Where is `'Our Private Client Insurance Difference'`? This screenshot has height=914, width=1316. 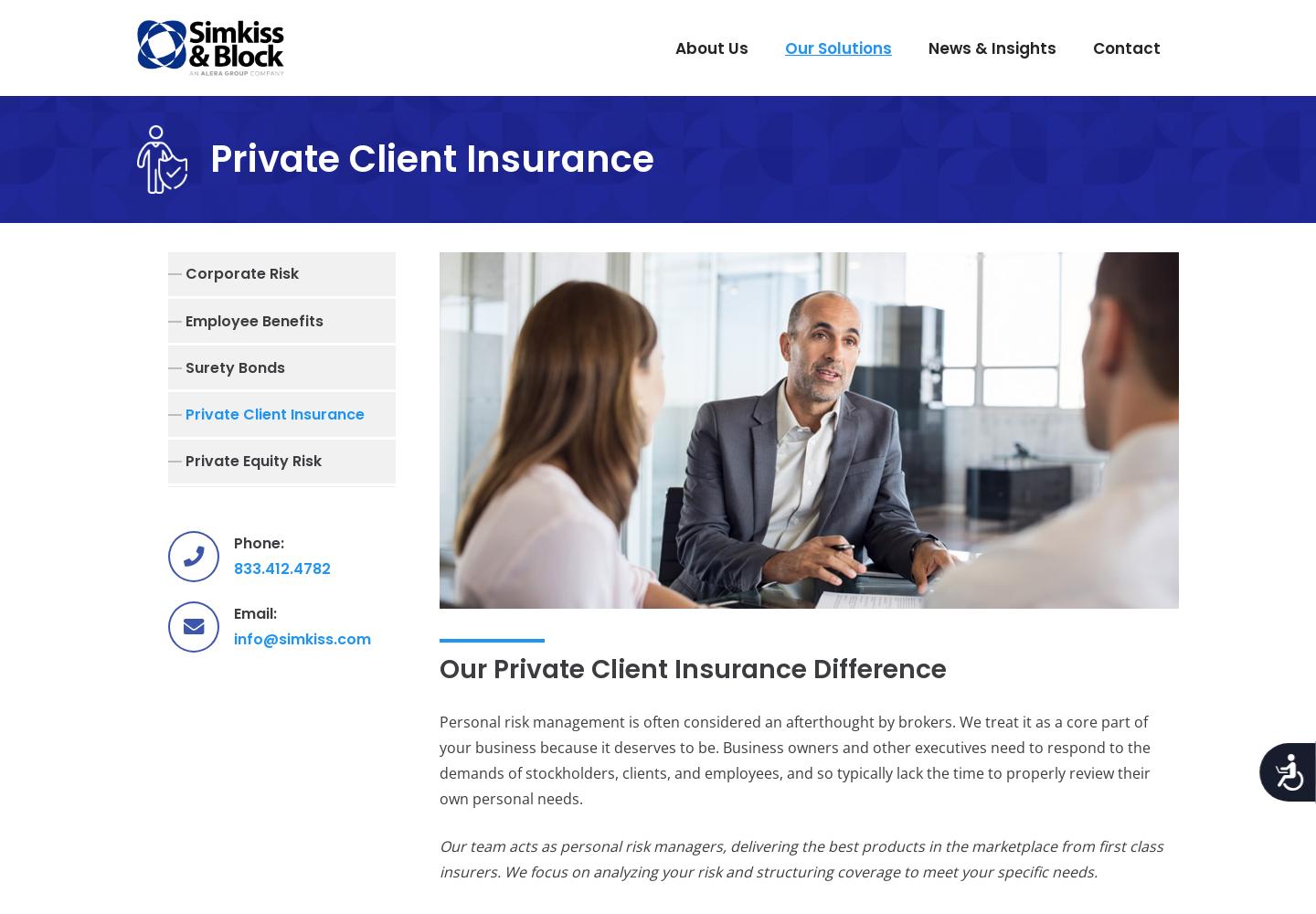 'Our Private Client Insurance Difference' is located at coordinates (691, 668).